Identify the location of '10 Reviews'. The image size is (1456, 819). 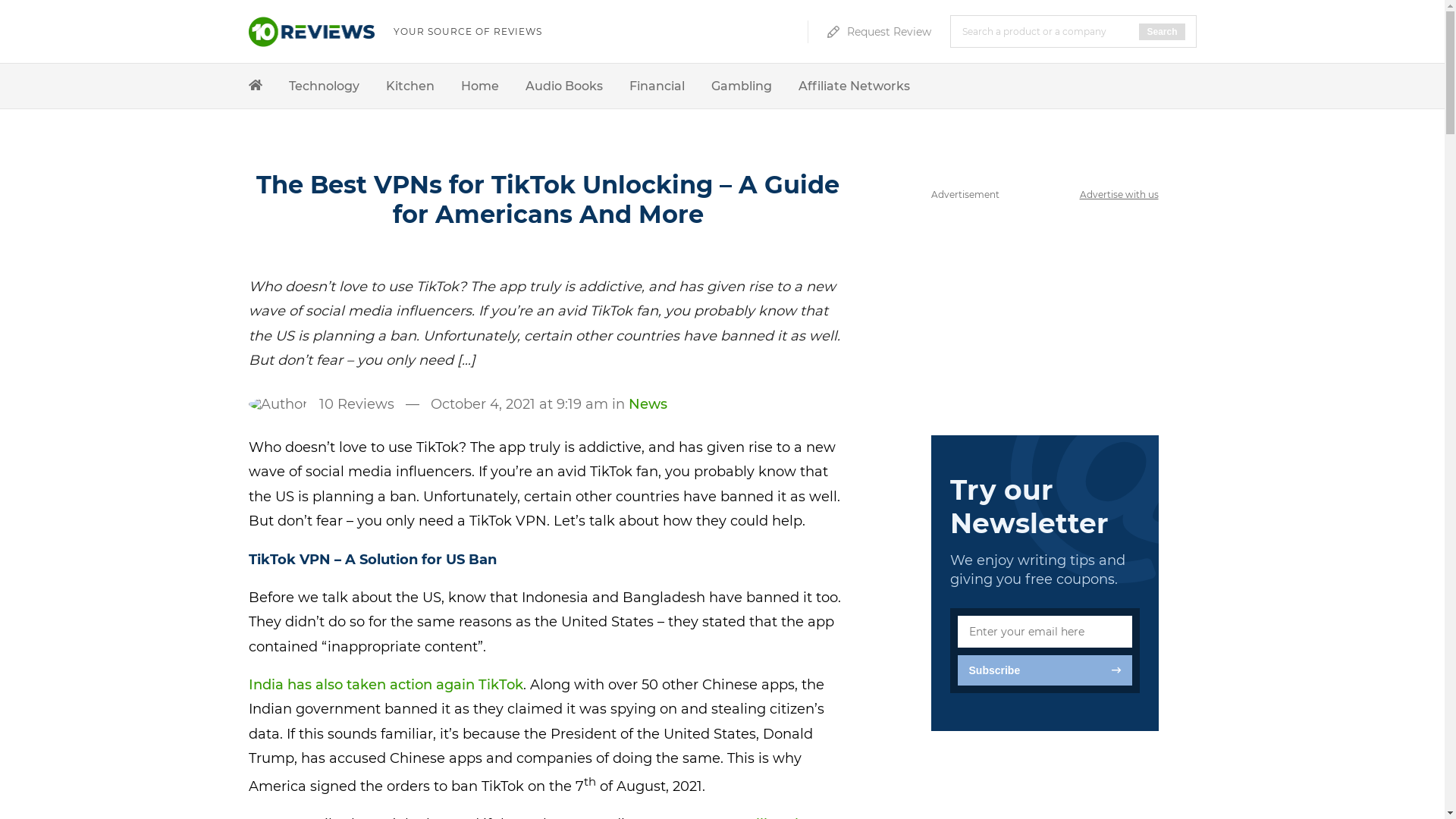
(355, 403).